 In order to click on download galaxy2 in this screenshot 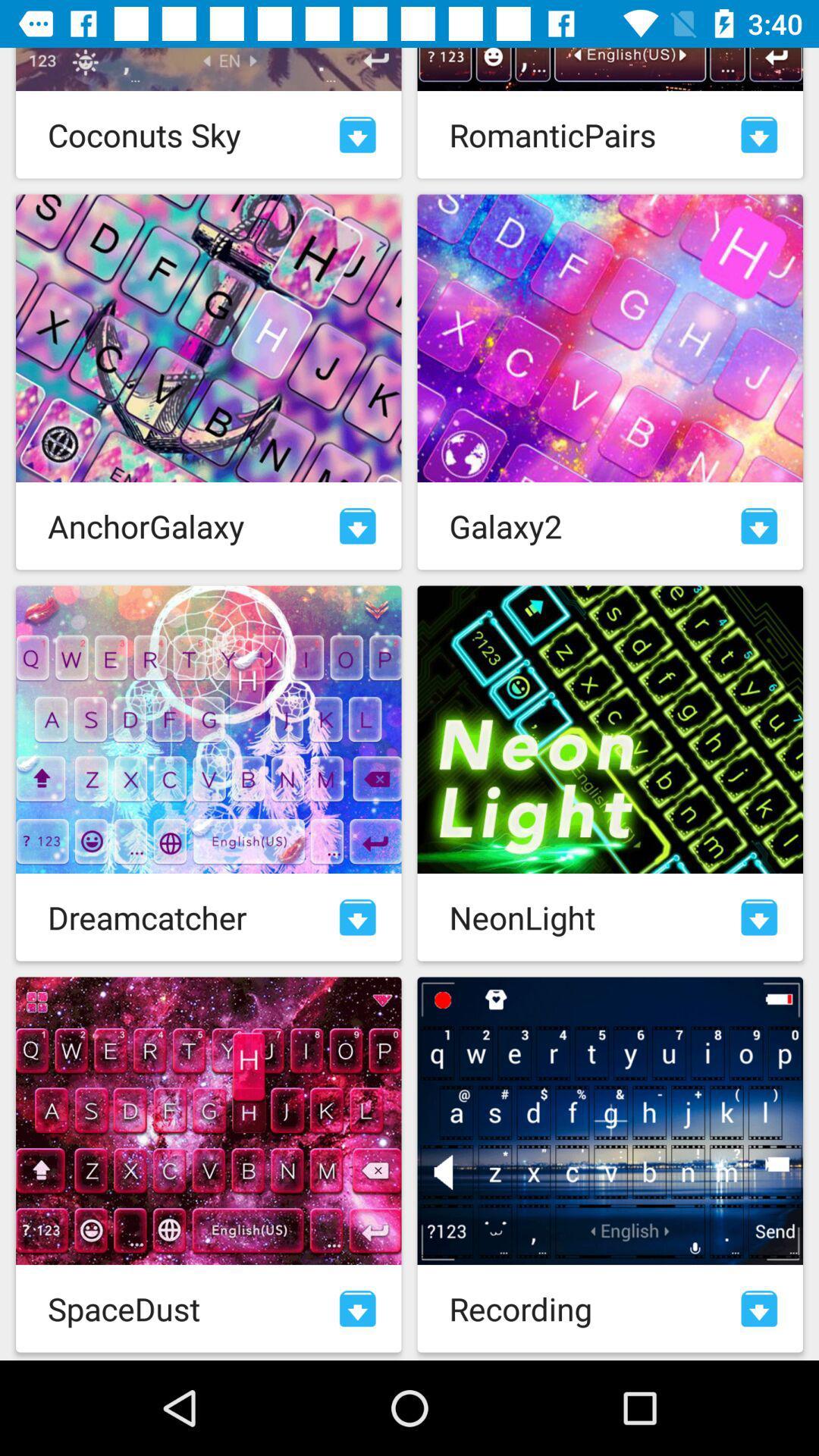, I will do `click(759, 526)`.